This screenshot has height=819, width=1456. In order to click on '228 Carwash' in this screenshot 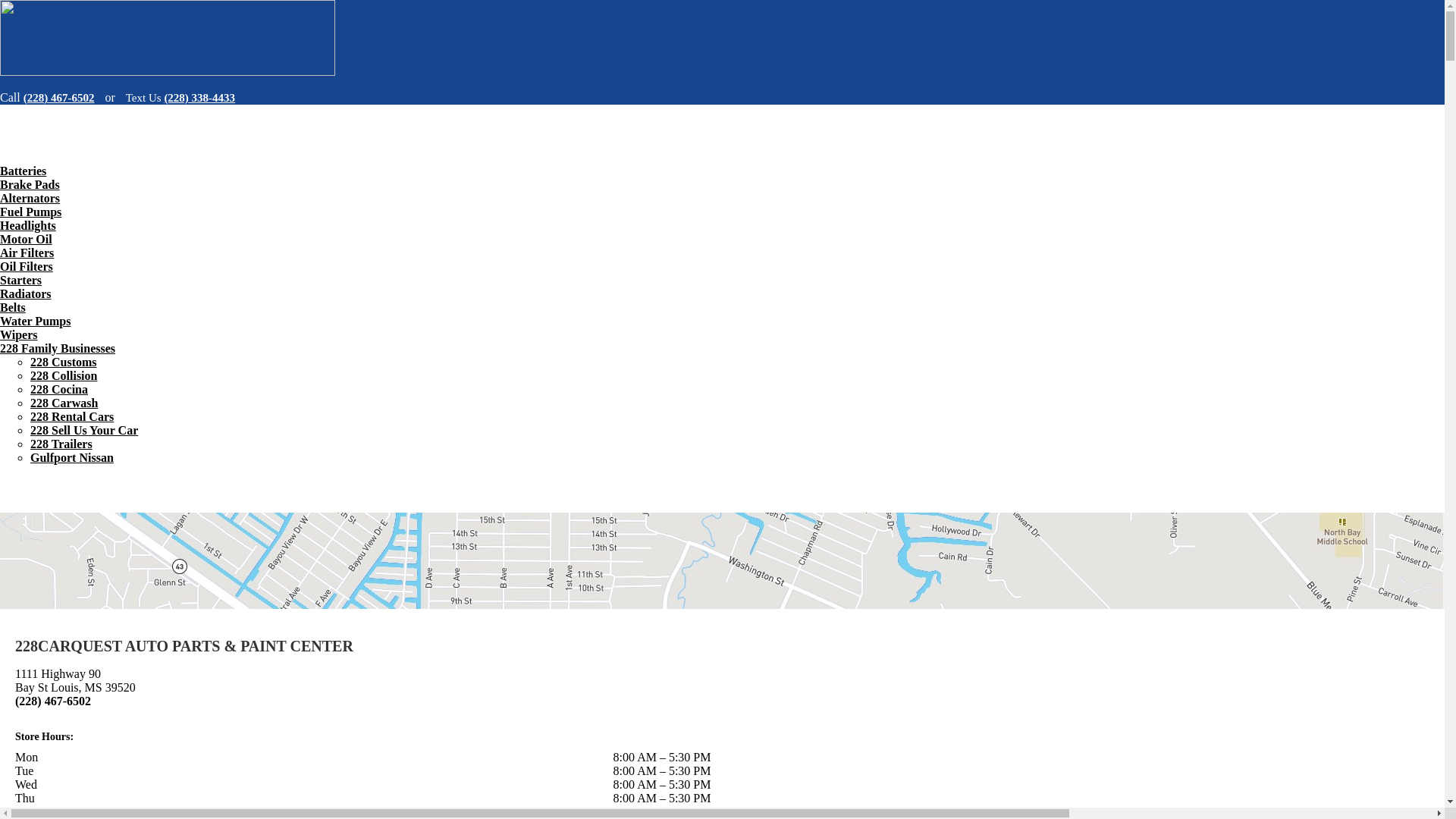, I will do `click(63, 402)`.